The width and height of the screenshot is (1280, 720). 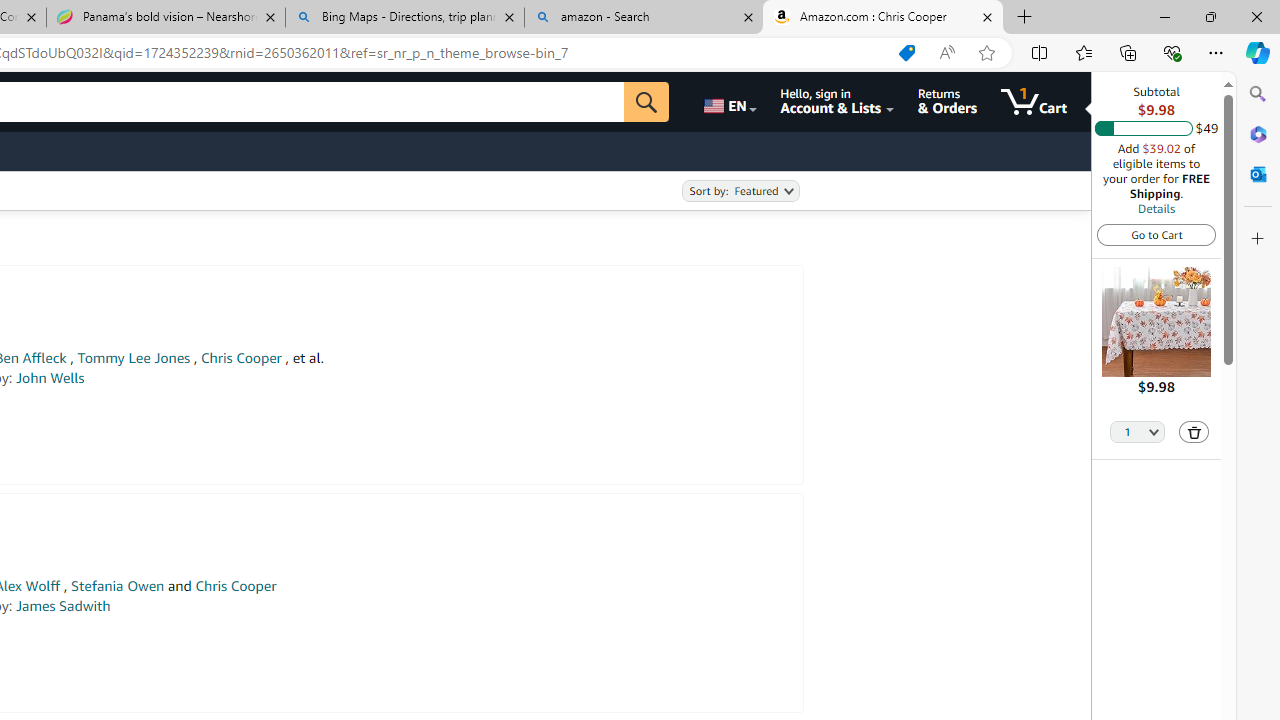 What do you see at coordinates (132, 357) in the screenshot?
I see `'Tommy Lee Jones'` at bounding box center [132, 357].